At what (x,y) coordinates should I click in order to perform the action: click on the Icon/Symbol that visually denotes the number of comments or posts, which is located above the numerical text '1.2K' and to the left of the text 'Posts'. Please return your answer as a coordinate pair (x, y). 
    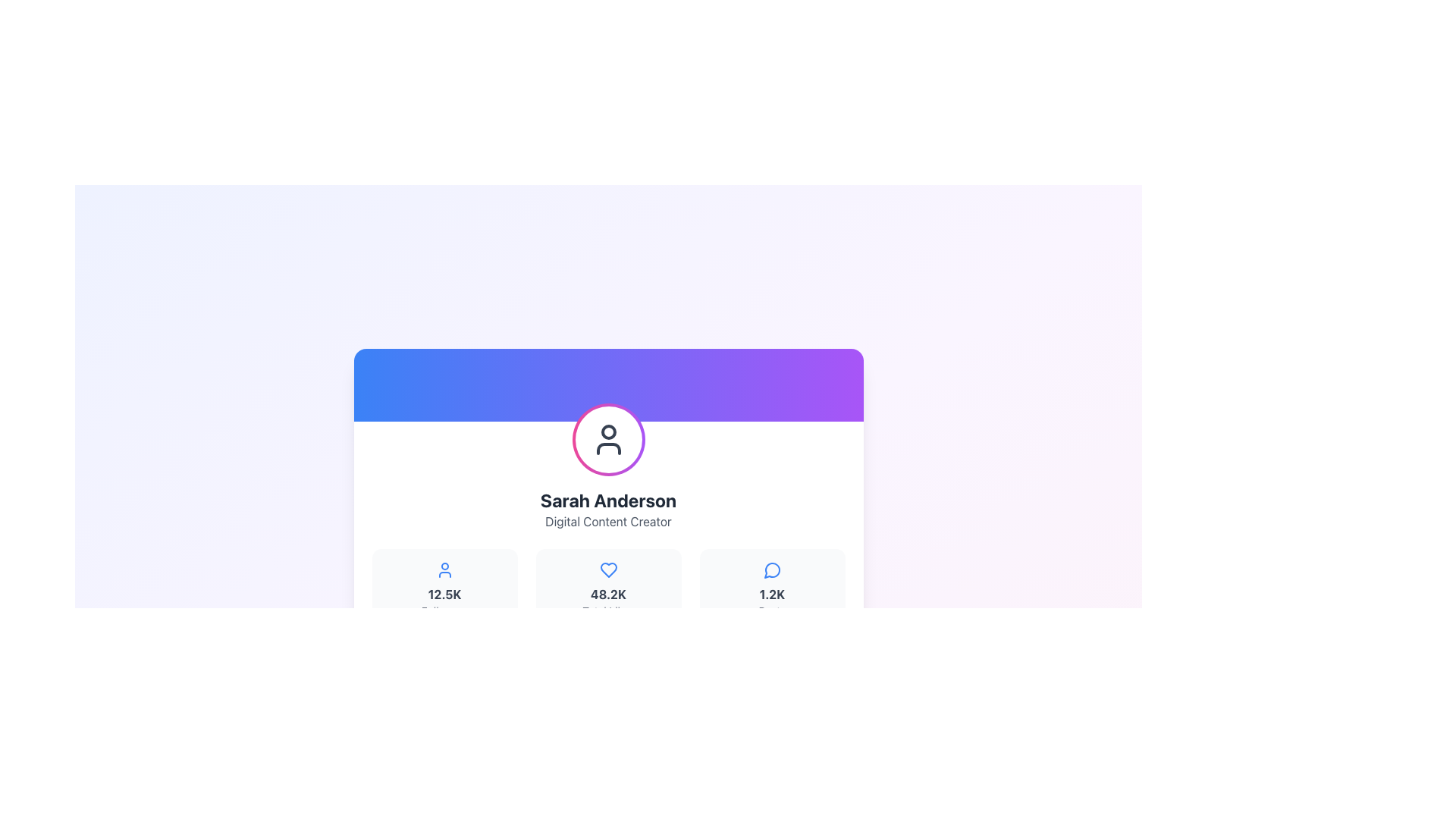
    Looking at the image, I should click on (772, 570).